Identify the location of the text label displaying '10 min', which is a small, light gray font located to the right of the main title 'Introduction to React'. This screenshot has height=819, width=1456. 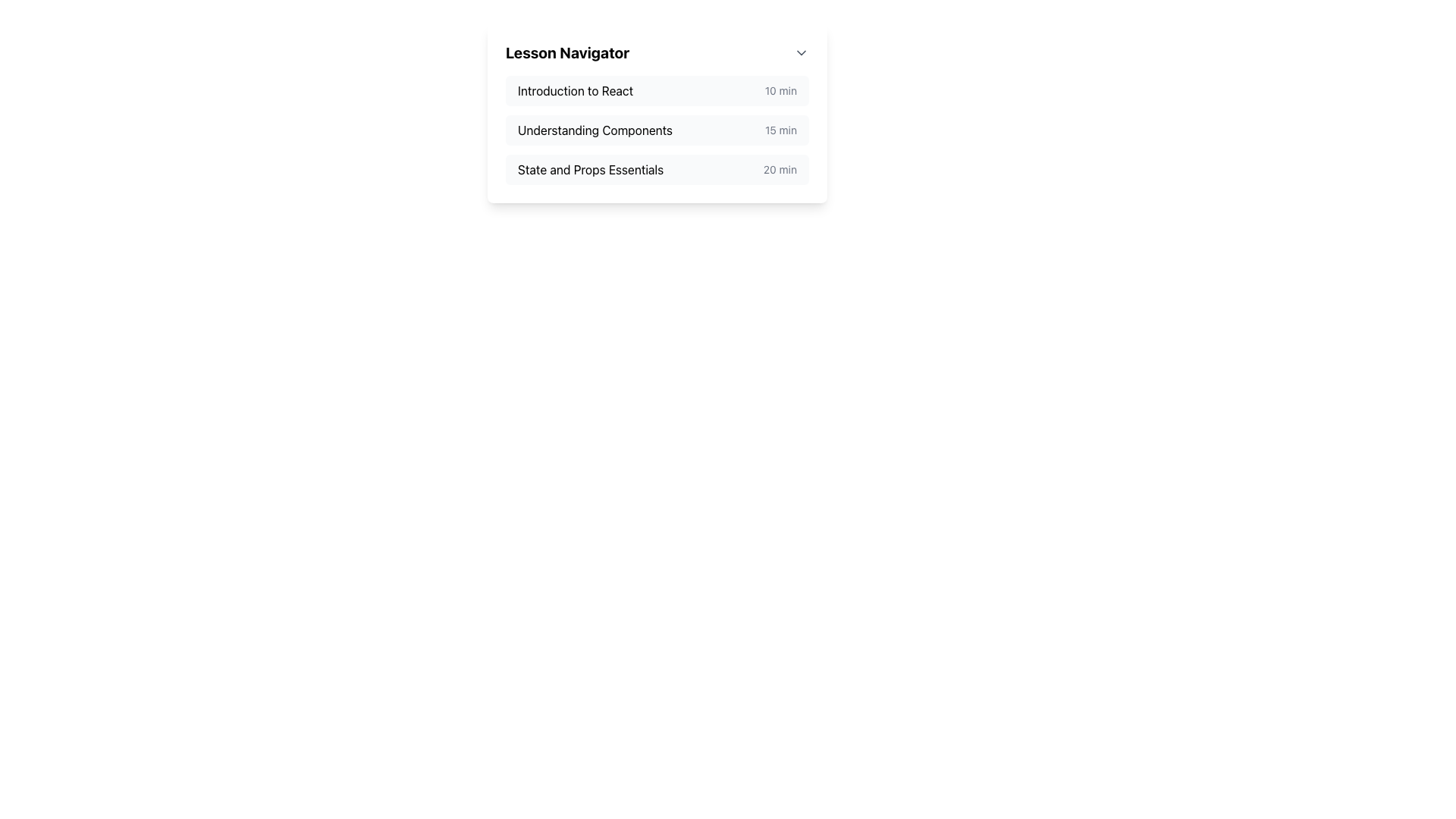
(780, 90).